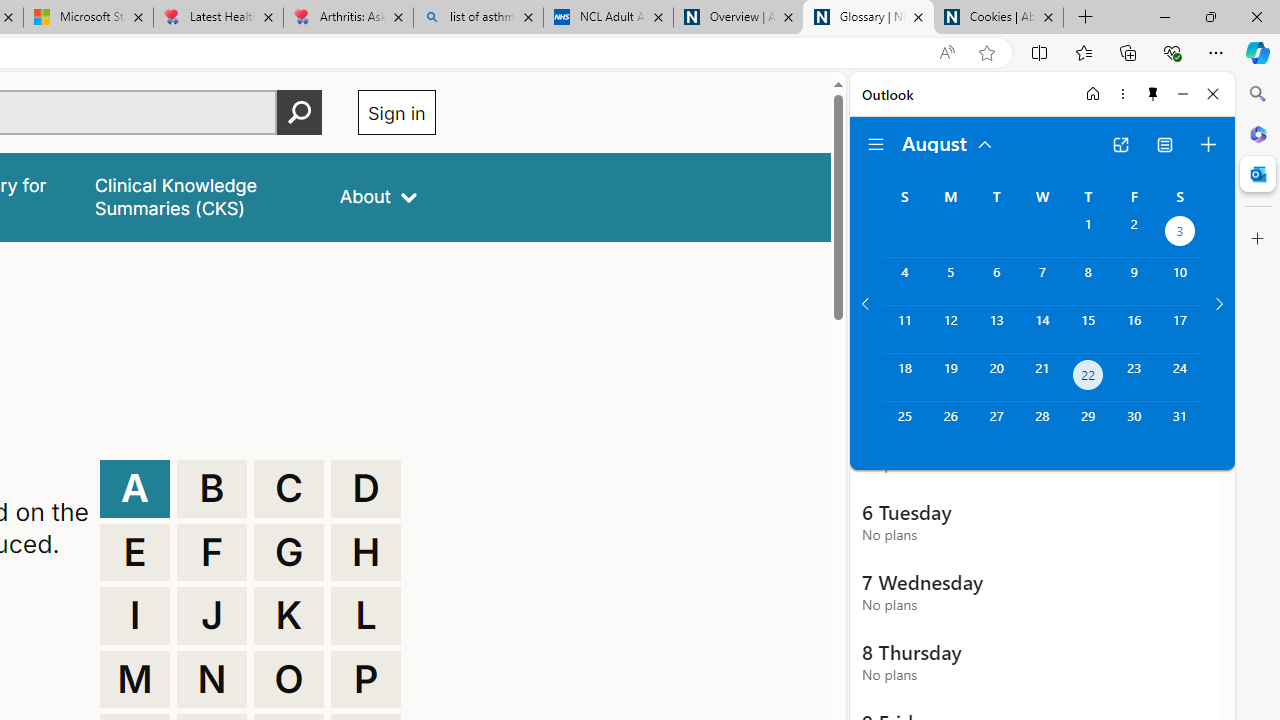 The image size is (1280, 720). I want to click on 'Thursday, August 1, 2024. ', so click(1087, 232).